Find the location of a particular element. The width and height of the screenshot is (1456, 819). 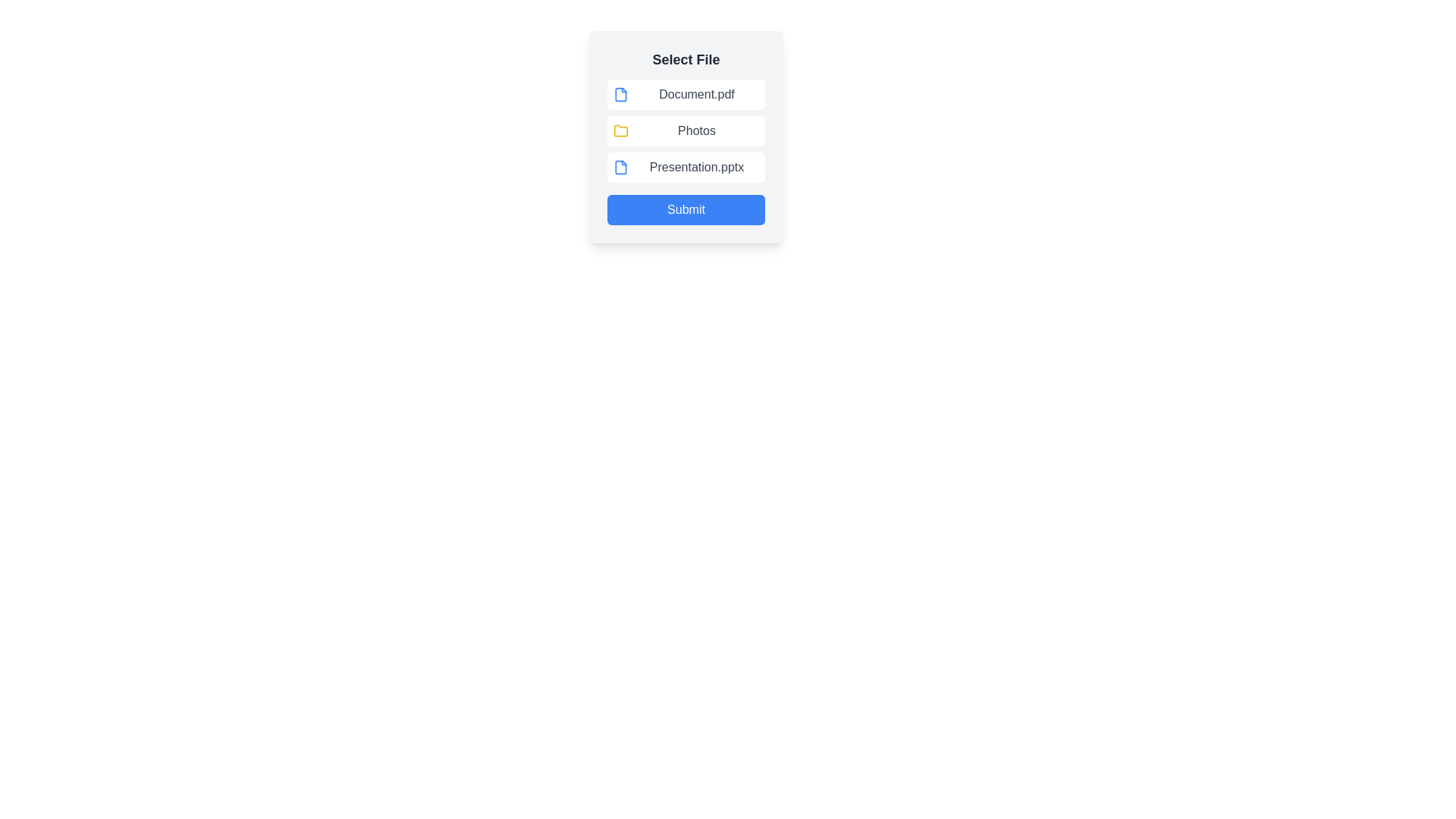

the first selectable item representing a document file in the vertical list is located at coordinates (686, 94).